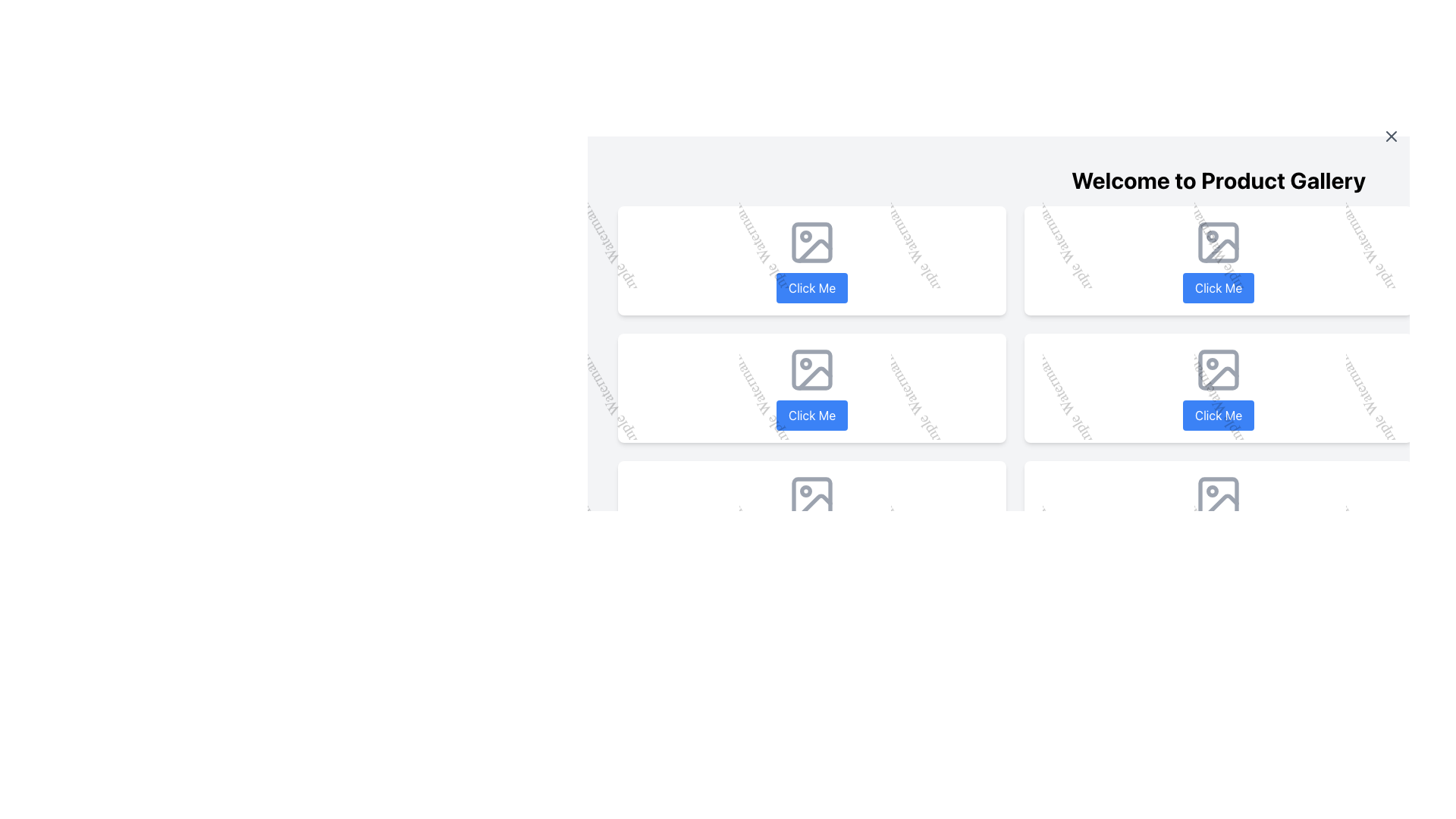  I want to click on the square frame icon with a rounded outline located in the second column of the bottom row of a grid layout, which contains a circular shape in the top-left area and a slanted line dividing the frame, so click(1219, 497).